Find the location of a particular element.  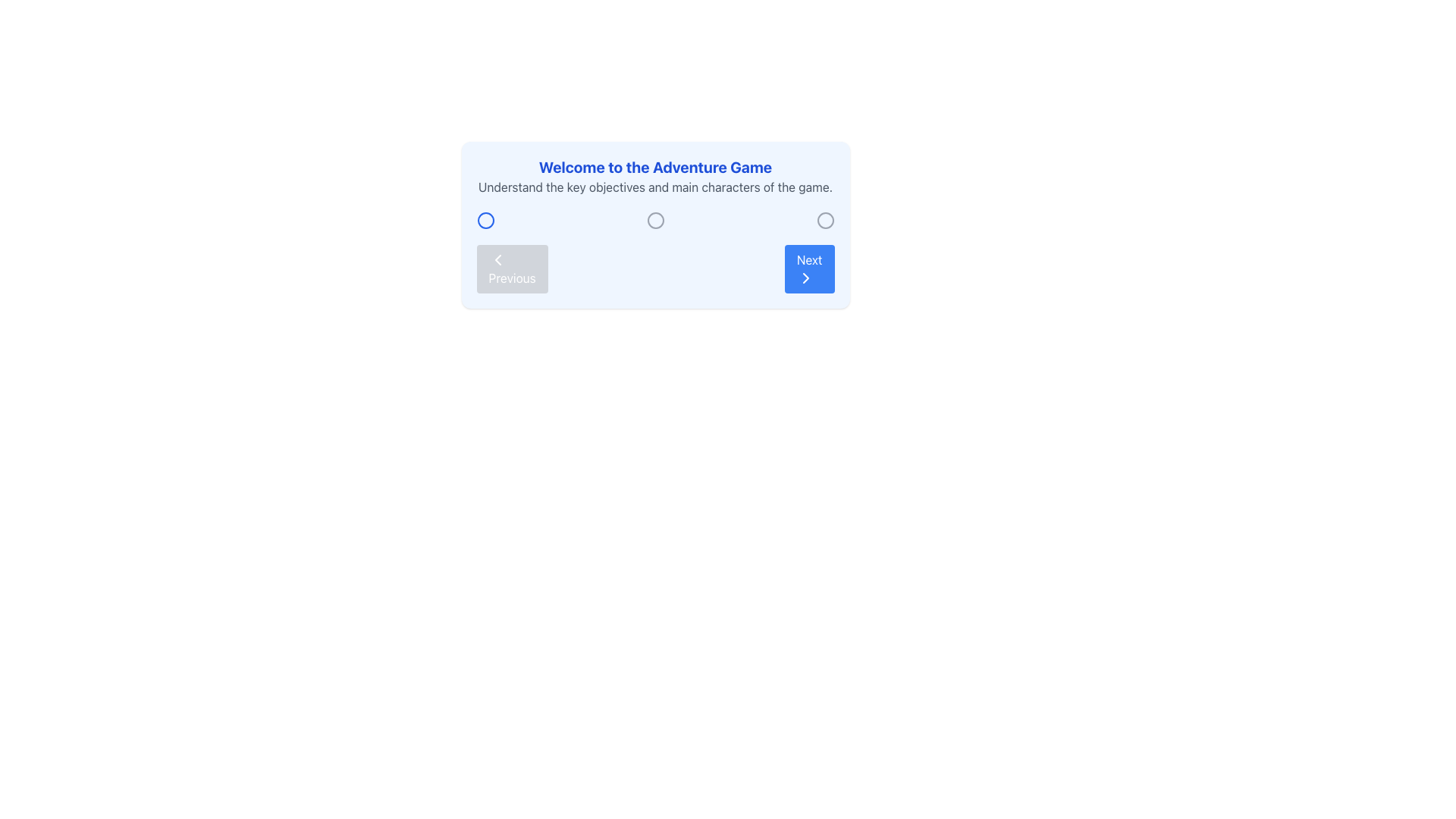

the leftmost circle in the horizontal row of three circles, which serves as a visual indicator for navigation or selection is located at coordinates (485, 220).